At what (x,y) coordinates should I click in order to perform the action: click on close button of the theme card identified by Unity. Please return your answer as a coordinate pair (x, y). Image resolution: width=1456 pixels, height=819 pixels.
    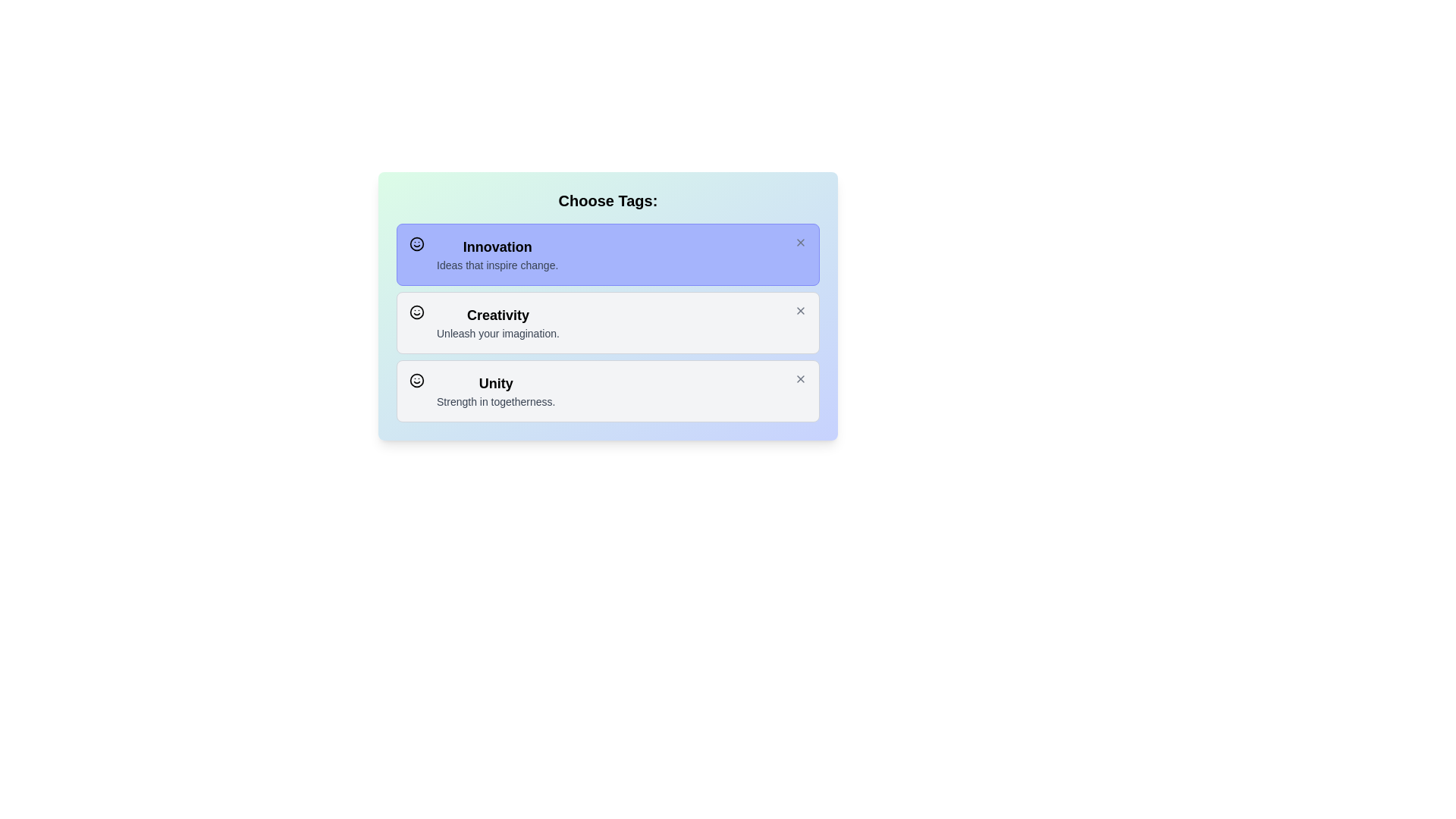
    Looking at the image, I should click on (800, 378).